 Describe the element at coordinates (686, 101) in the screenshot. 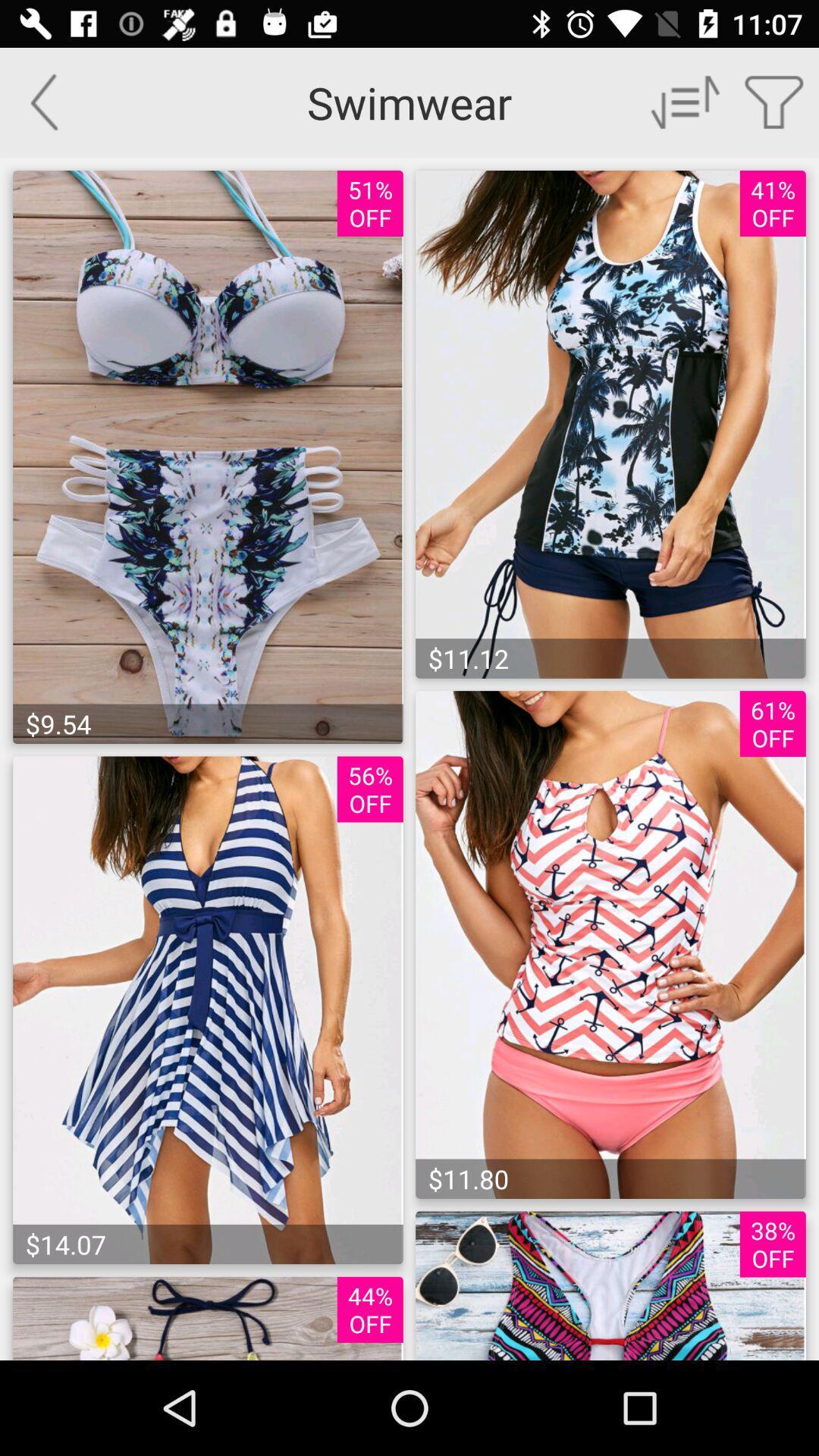

I see `navigate search results` at that location.